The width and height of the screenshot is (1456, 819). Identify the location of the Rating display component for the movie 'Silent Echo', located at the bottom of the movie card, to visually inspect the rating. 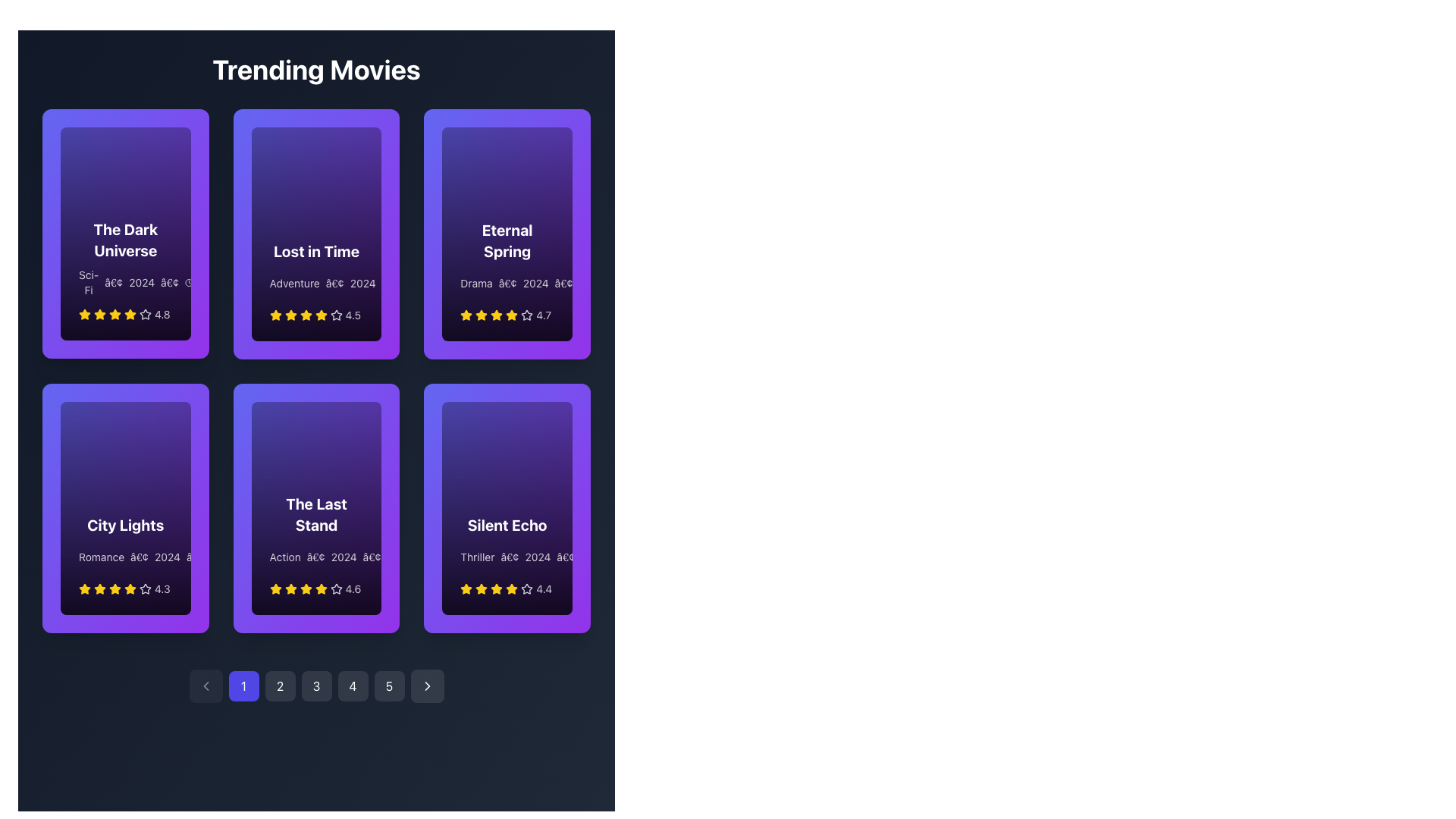
(507, 588).